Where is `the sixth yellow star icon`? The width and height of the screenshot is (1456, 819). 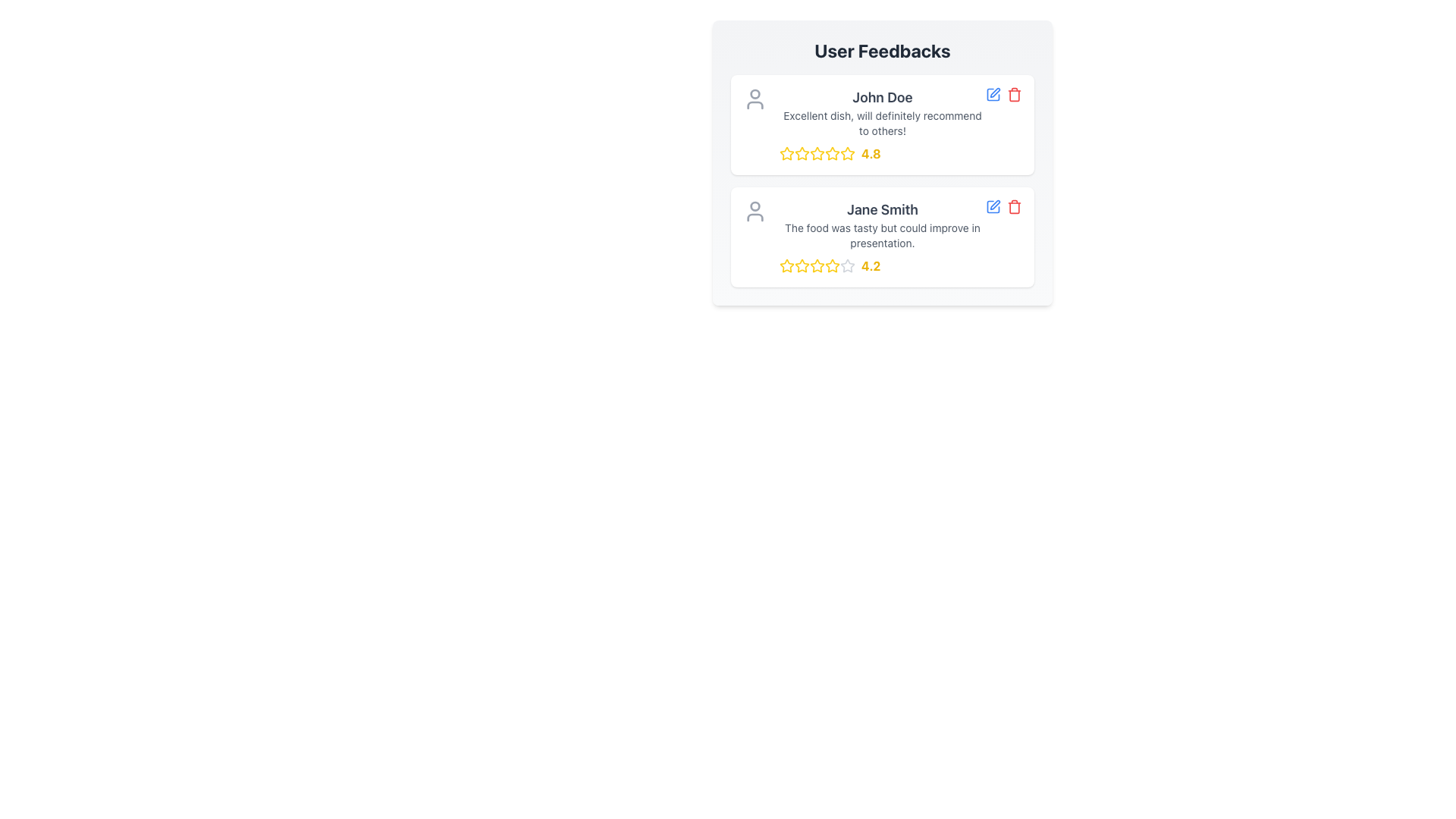 the sixth yellow star icon is located at coordinates (832, 154).